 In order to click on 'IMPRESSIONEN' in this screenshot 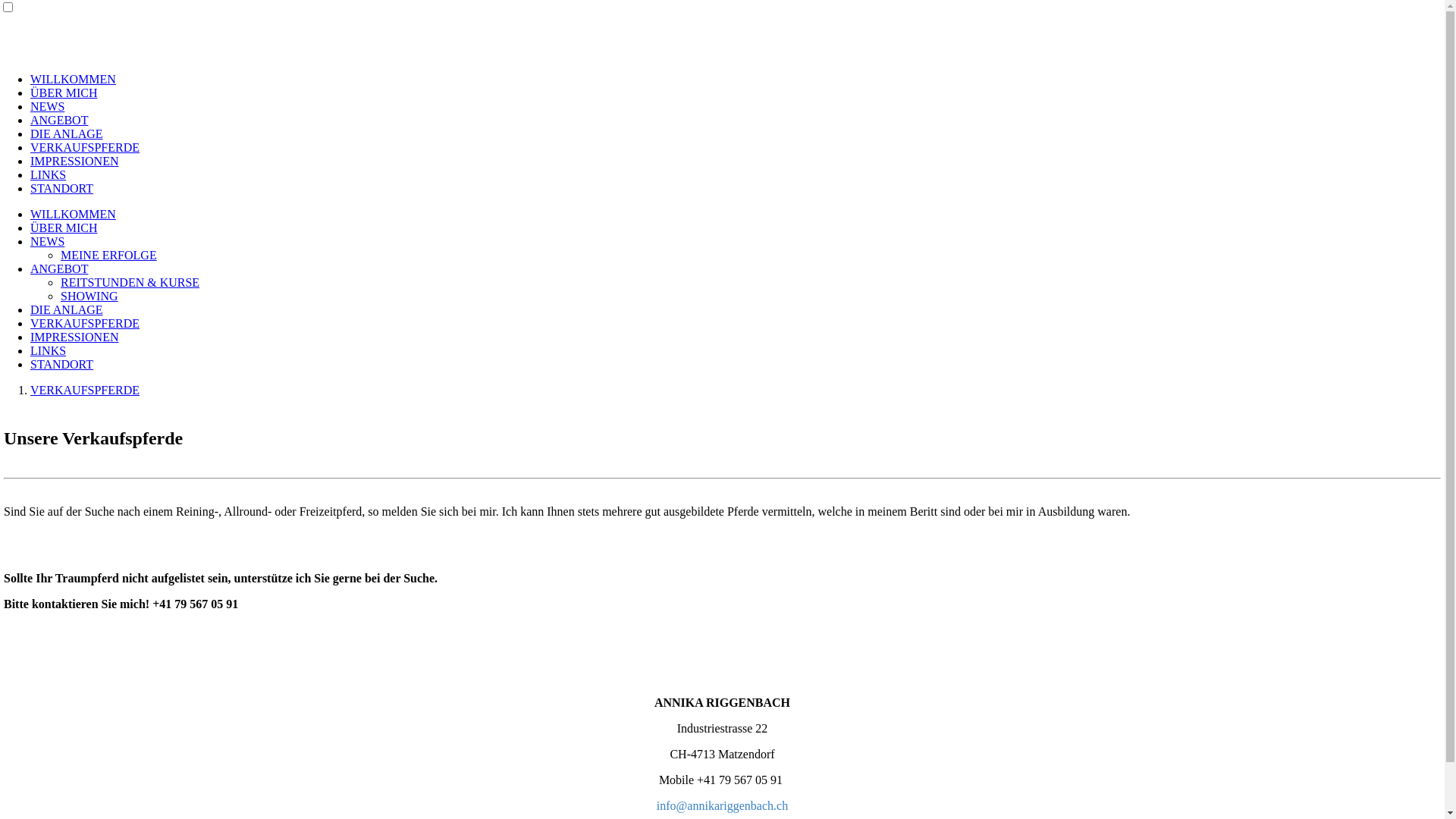, I will do `click(73, 161)`.